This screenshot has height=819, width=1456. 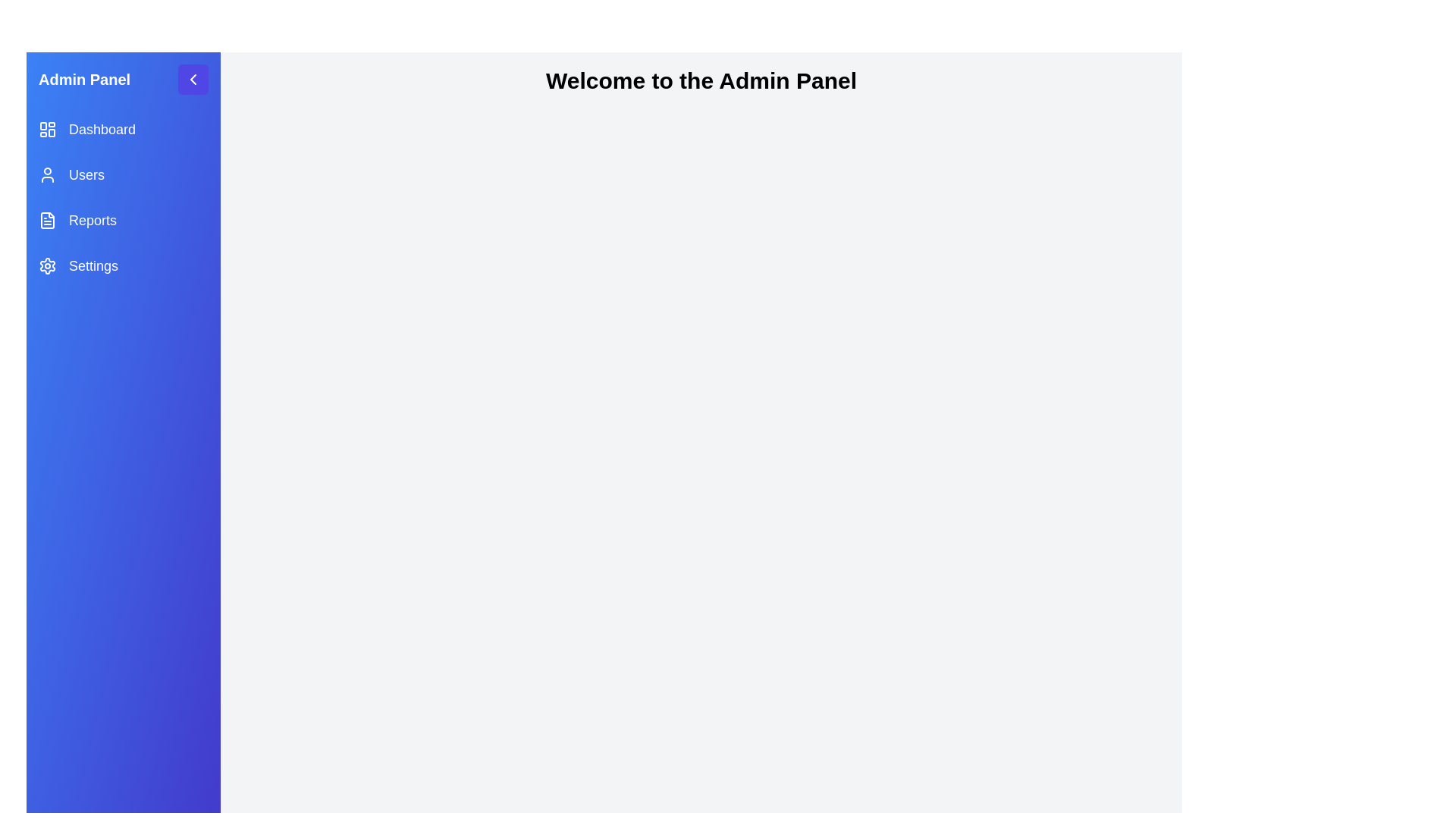 I want to click on the 'Reports' label in the vertical navigation menu, which indicates the 'Reports' section of the application, so click(x=92, y=220).